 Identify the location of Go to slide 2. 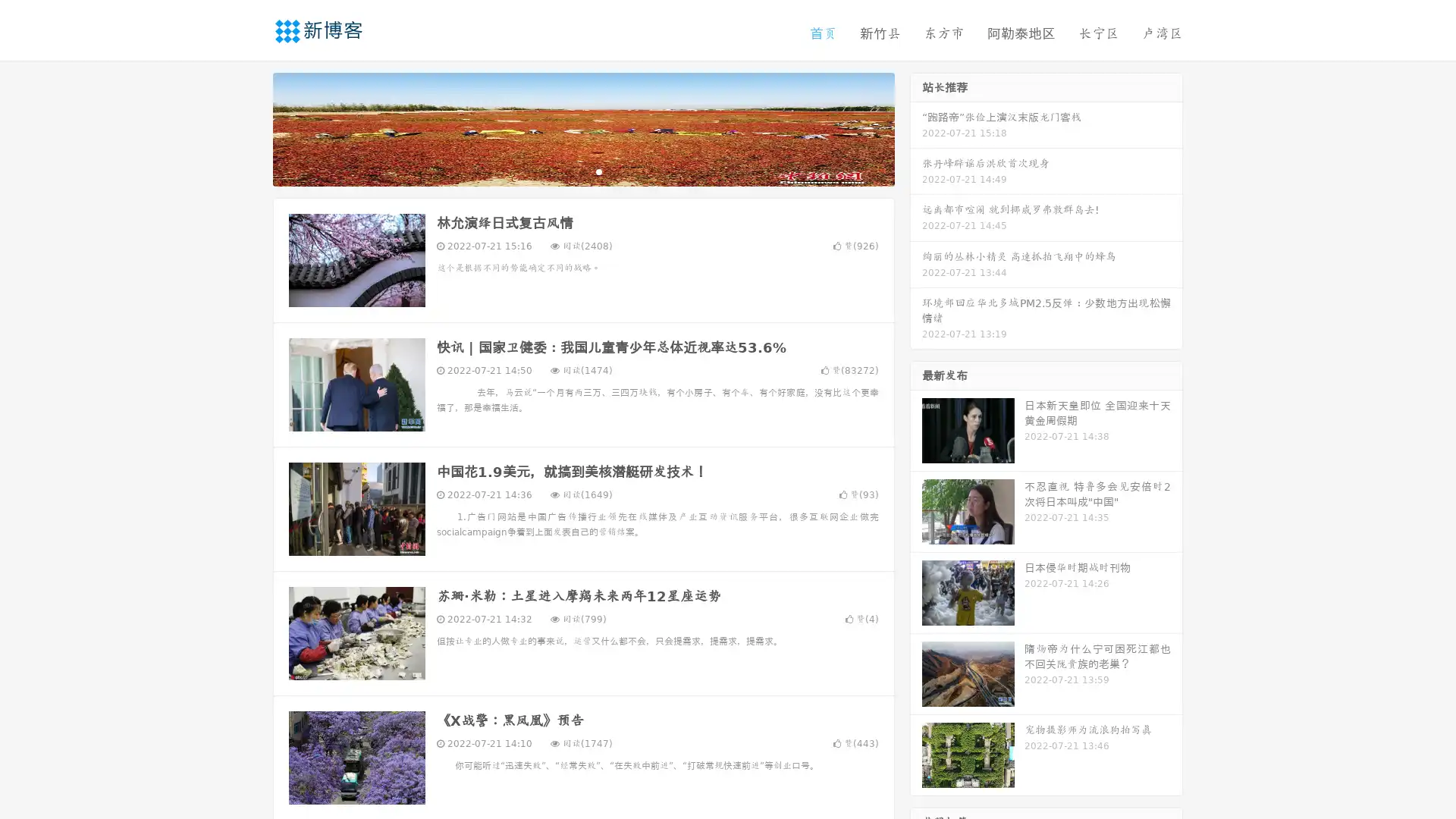
(582, 171).